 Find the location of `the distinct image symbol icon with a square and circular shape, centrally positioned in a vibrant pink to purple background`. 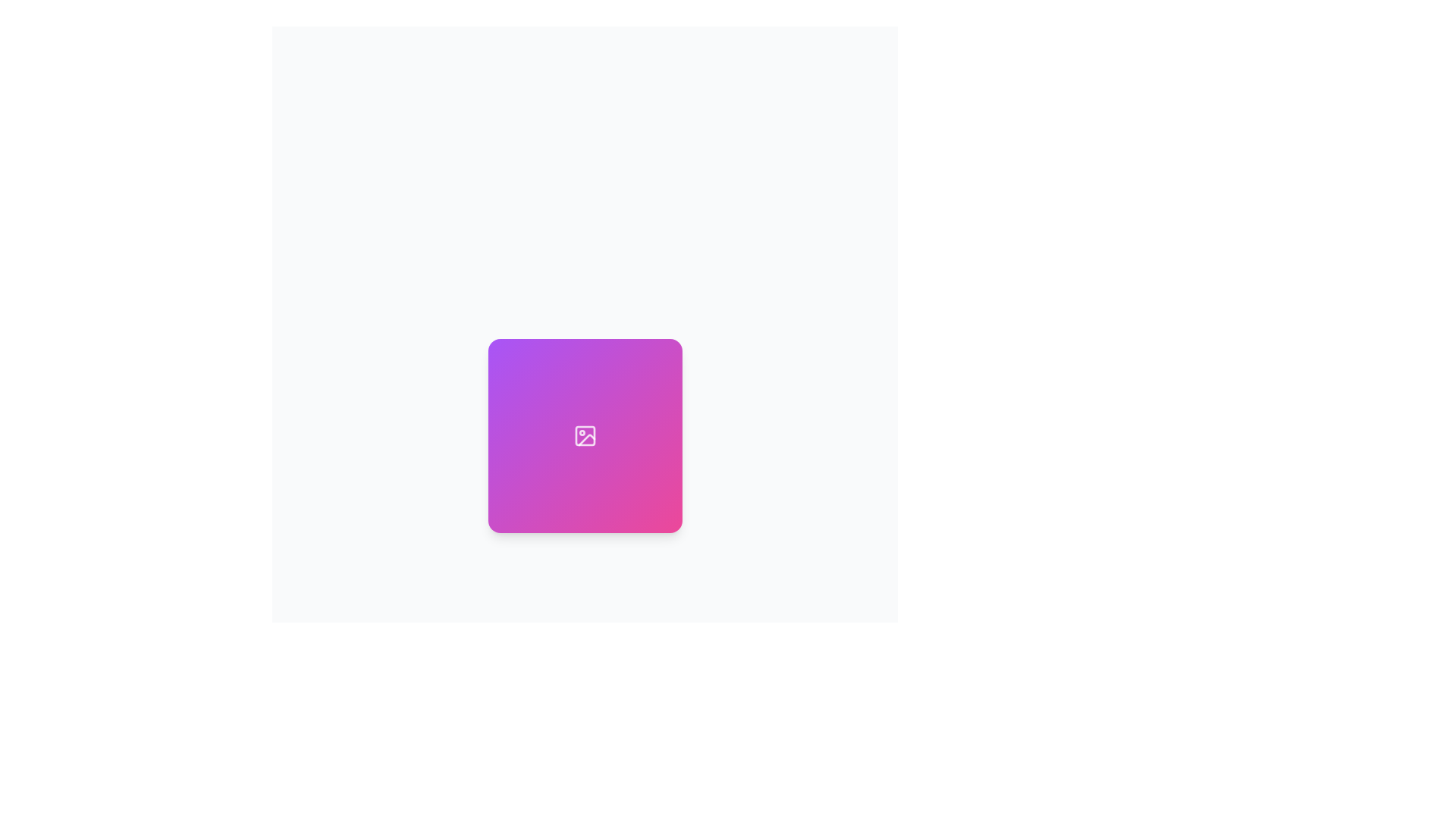

the distinct image symbol icon with a square and circular shape, centrally positioned in a vibrant pink to purple background is located at coordinates (584, 435).